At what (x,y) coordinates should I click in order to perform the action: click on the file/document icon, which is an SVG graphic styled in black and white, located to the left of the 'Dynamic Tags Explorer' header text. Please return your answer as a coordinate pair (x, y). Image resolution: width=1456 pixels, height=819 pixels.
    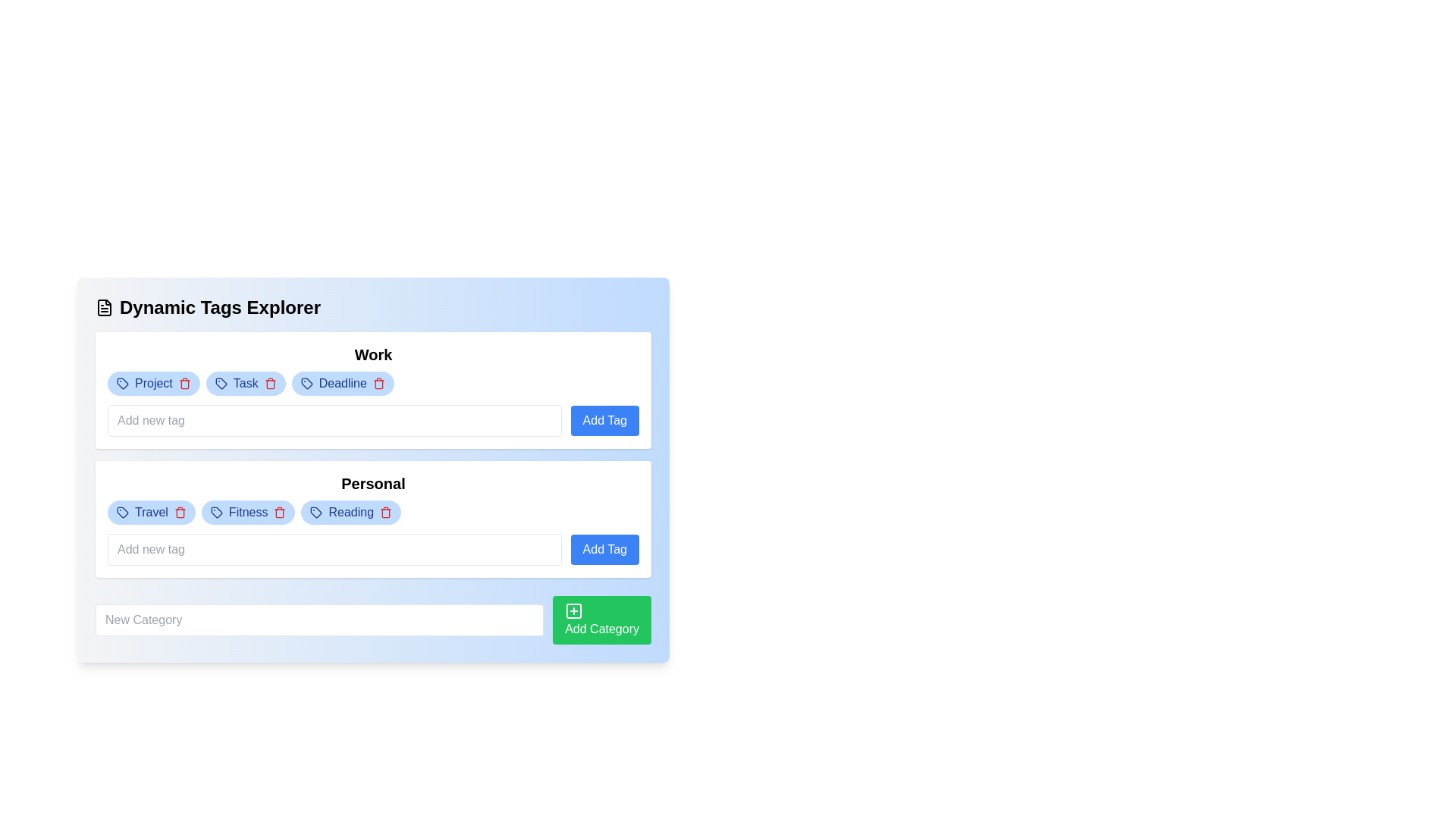
    Looking at the image, I should click on (104, 307).